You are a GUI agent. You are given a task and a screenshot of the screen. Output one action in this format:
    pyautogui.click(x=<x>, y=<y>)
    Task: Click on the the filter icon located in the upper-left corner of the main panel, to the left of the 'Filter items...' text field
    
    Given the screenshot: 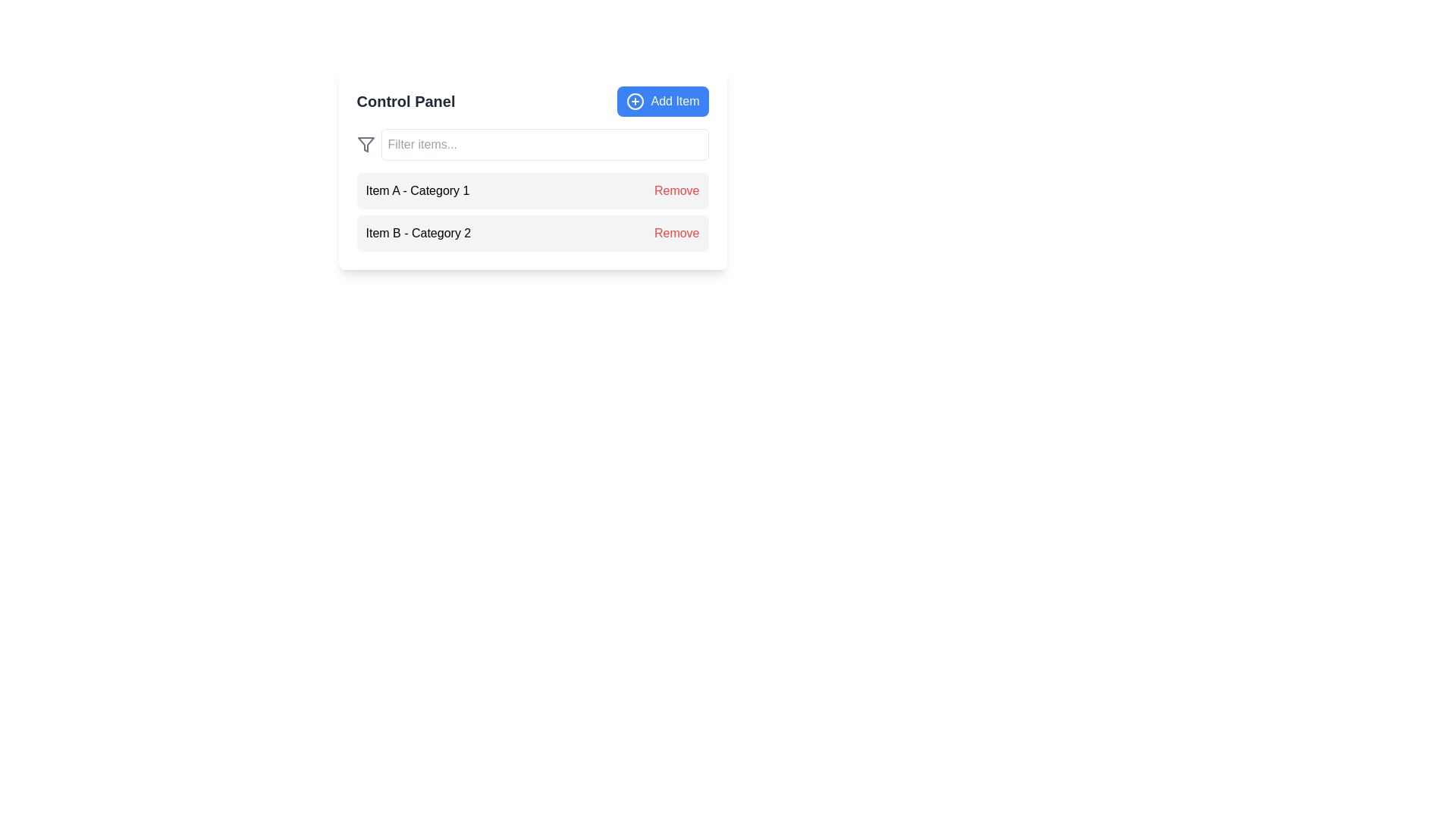 What is the action you would take?
    pyautogui.click(x=366, y=145)
    